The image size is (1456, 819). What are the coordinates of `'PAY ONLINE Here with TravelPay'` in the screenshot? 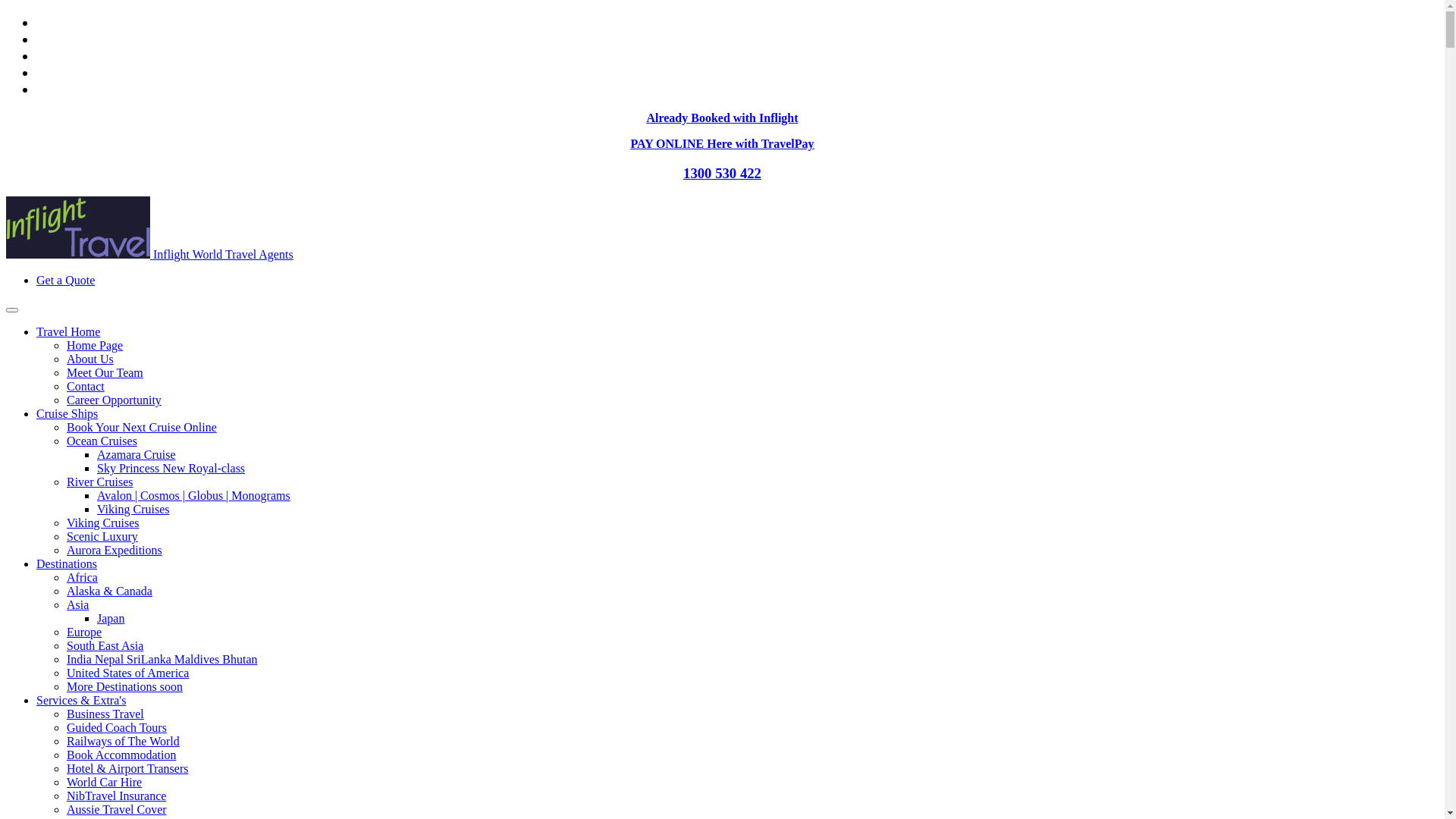 It's located at (720, 143).